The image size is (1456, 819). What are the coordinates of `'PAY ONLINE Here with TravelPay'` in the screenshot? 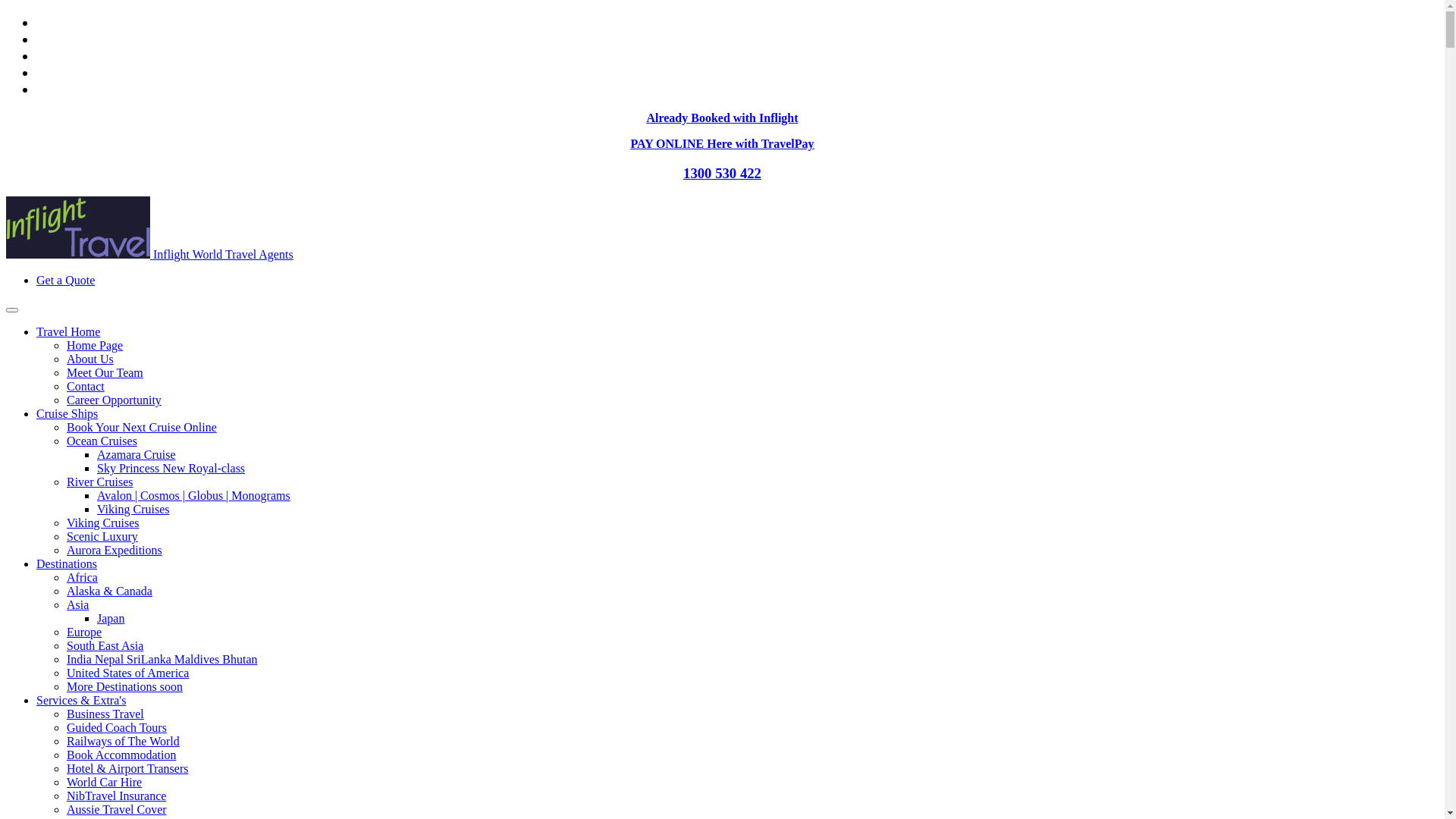 It's located at (720, 143).